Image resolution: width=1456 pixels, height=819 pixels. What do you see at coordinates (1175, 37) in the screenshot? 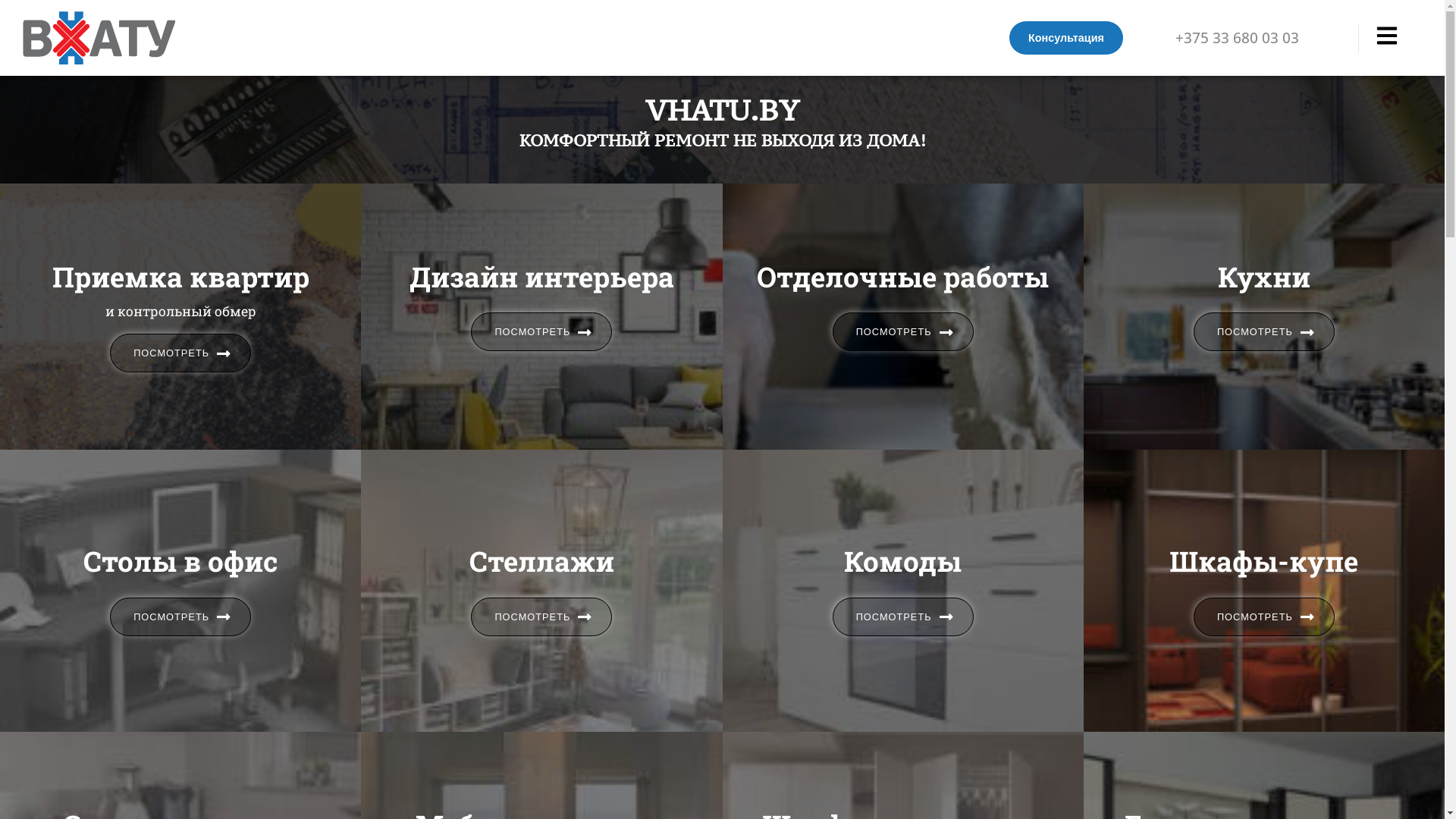
I see `'+375 33 680 03 03'` at bounding box center [1175, 37].